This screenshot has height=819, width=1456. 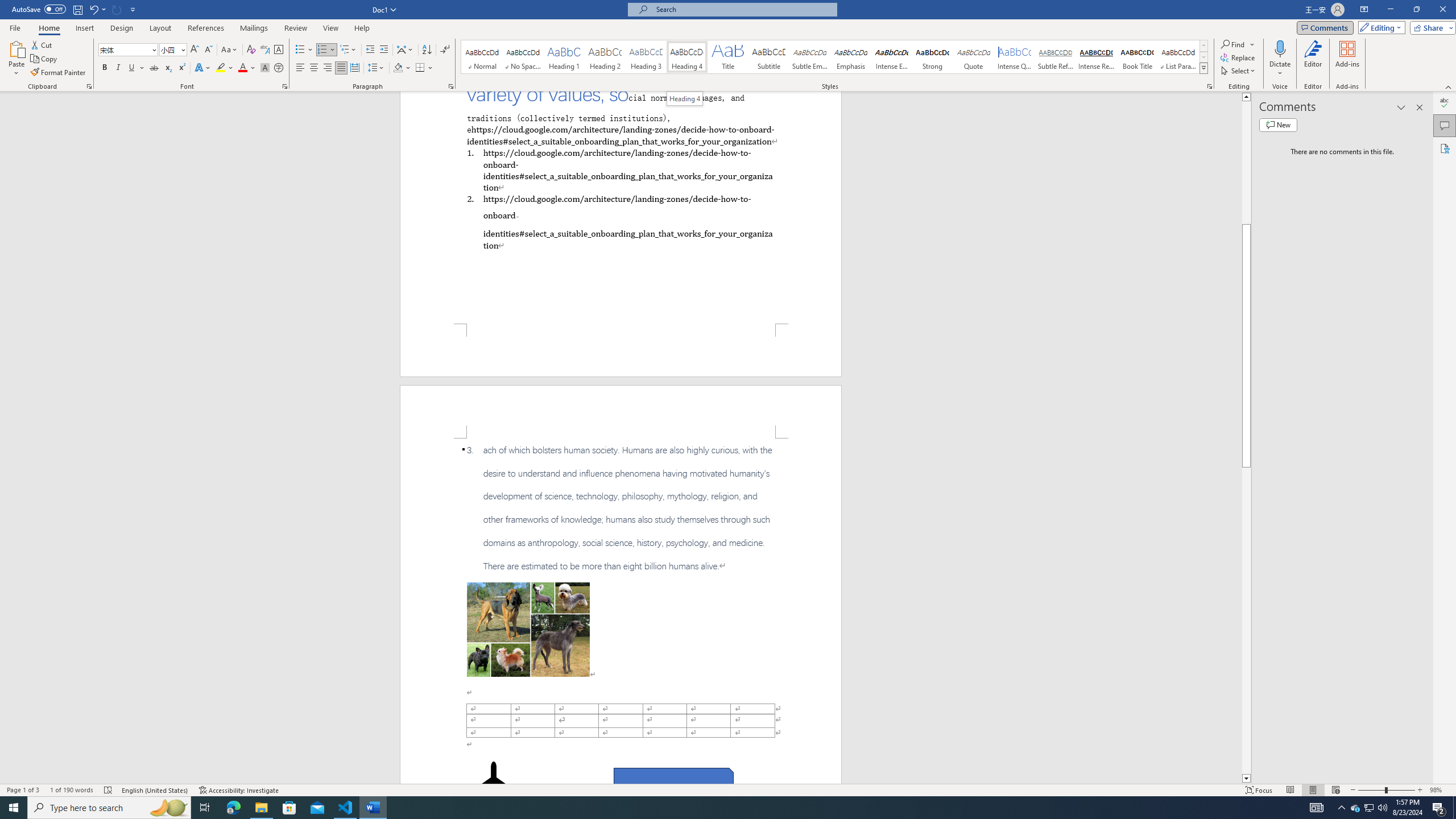 I want to click on 'Restore Down', so click(x=1416, y=9).